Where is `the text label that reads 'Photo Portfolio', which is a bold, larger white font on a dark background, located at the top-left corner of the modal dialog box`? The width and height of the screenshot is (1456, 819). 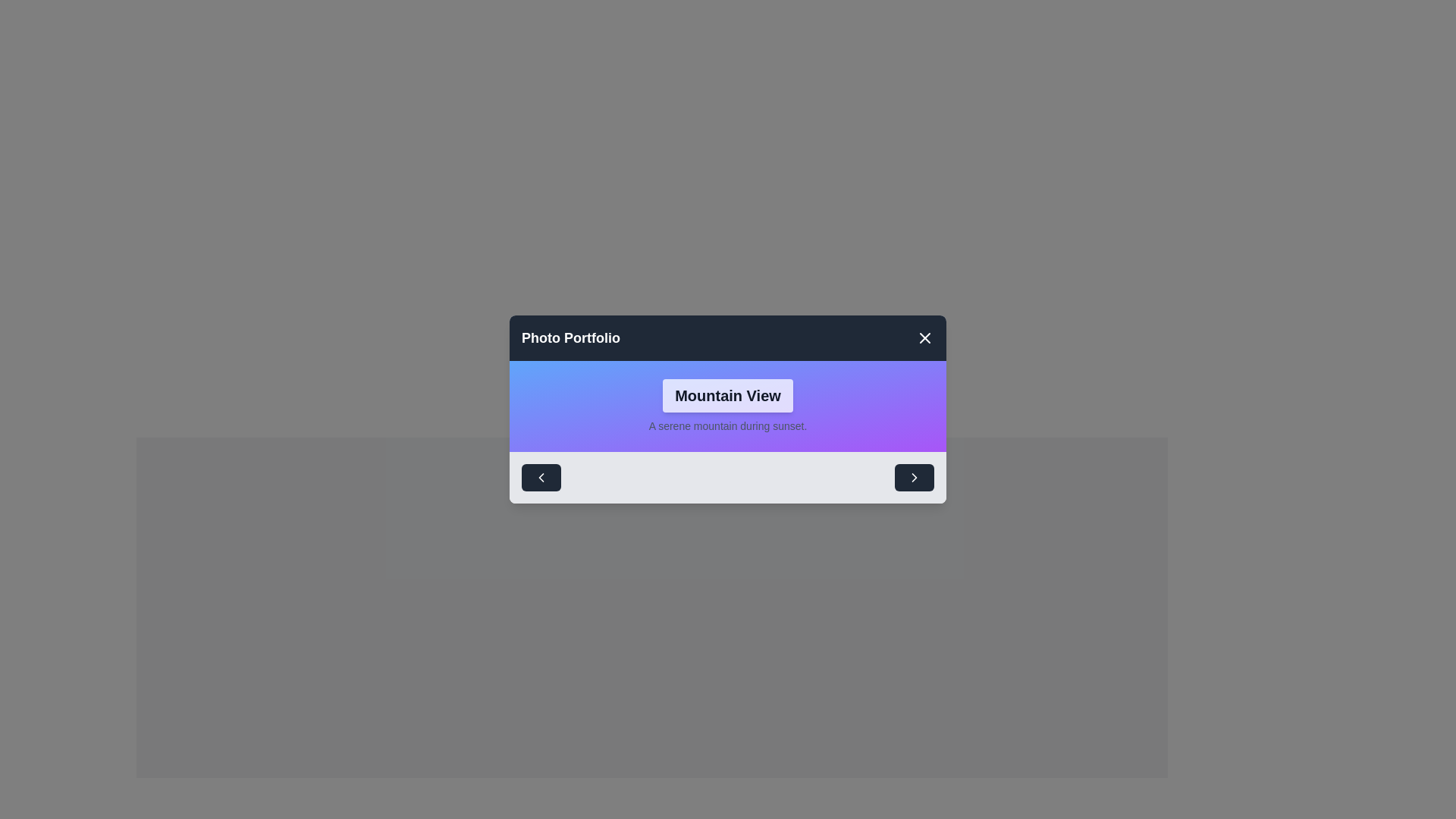
the text label that reads 'Photo Portfolio', which is a bold, larger white font on a dark background, located at the top-left corner of the modal dialog box is located at coordinates (570, 337).